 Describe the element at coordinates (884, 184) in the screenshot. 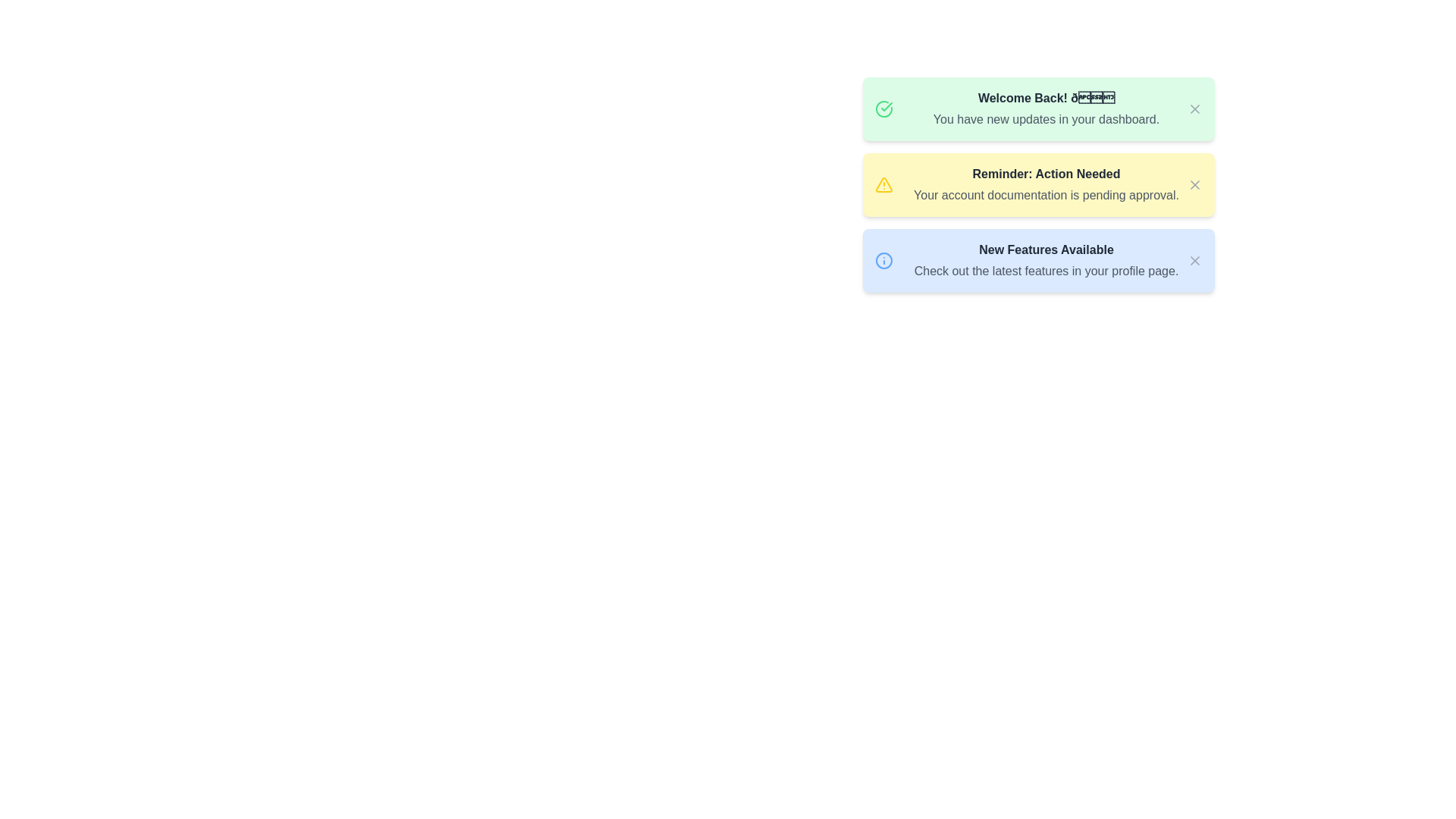

I see `triangular warning icon with a bold outline and centered exclamation mark symbol, located in the second notification titled 'Reminder: Action Needed'` at that location.